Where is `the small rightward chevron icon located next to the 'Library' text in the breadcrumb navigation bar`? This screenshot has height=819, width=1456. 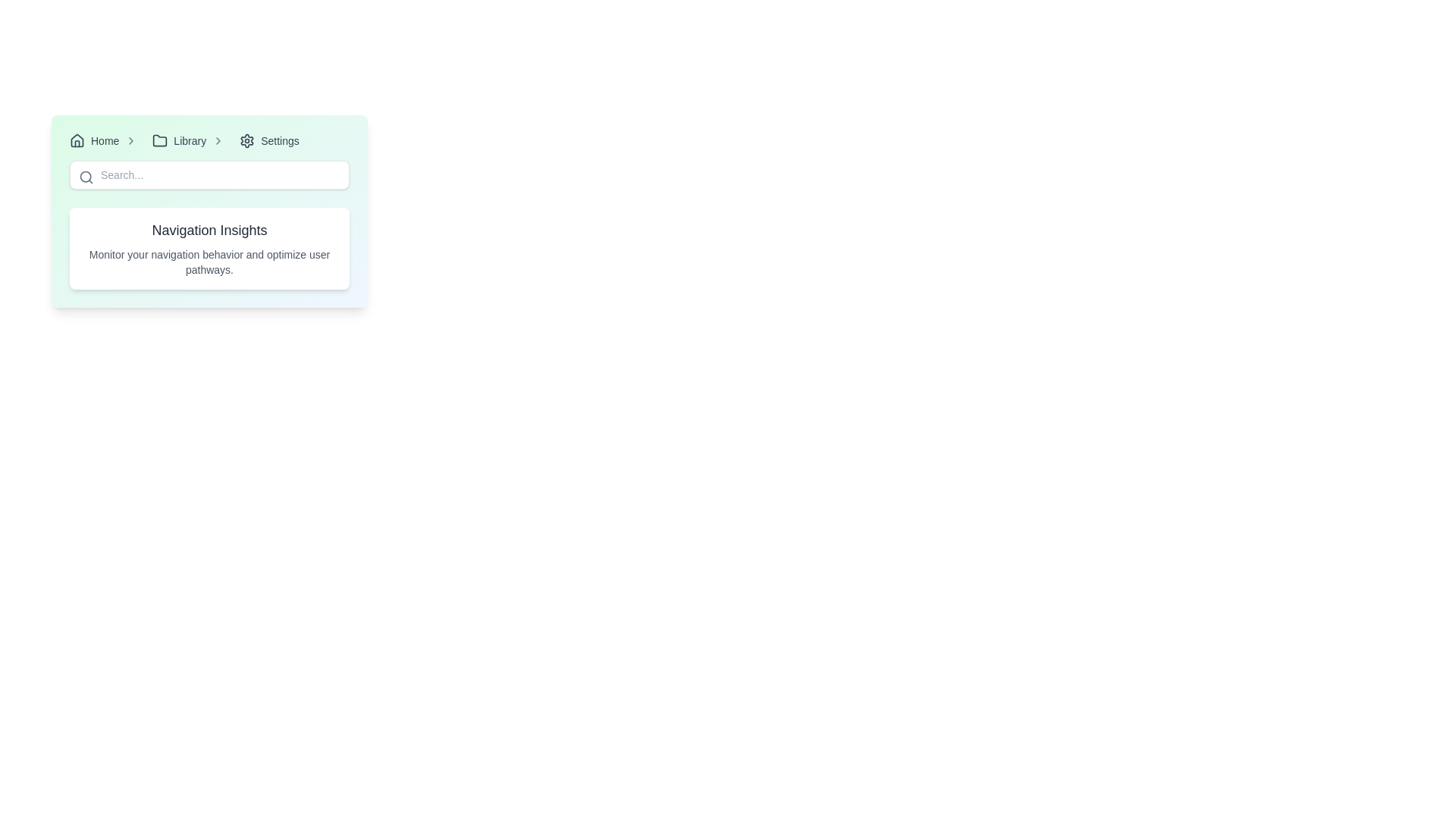
the small rightward chevron icon located next to the 'Library' text in the breadcrumb navigation bar is located at coordinates (218, 140).